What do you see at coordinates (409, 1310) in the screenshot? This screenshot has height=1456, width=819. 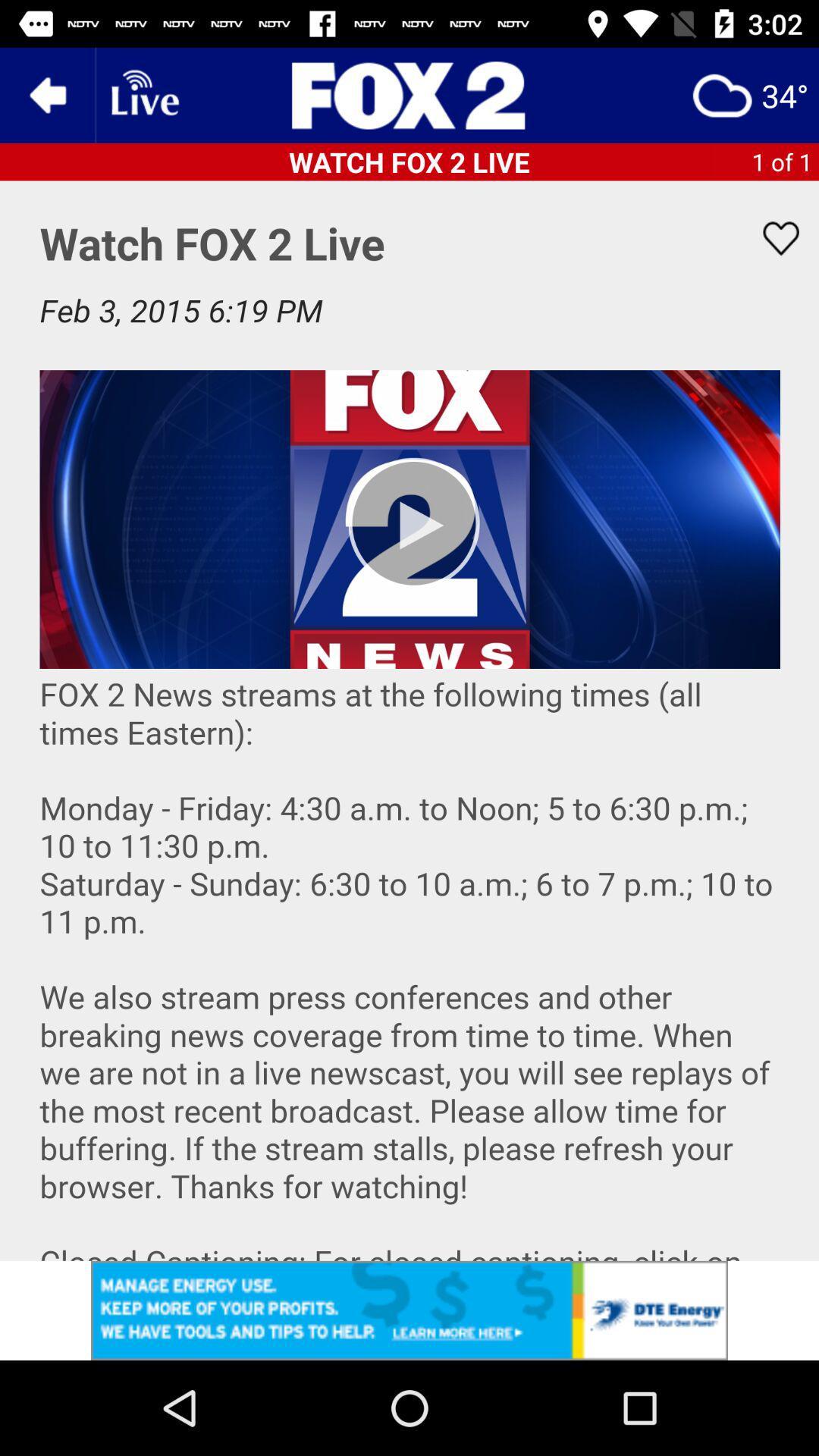 I see `advertisement` at bounding box center [409, 1310].